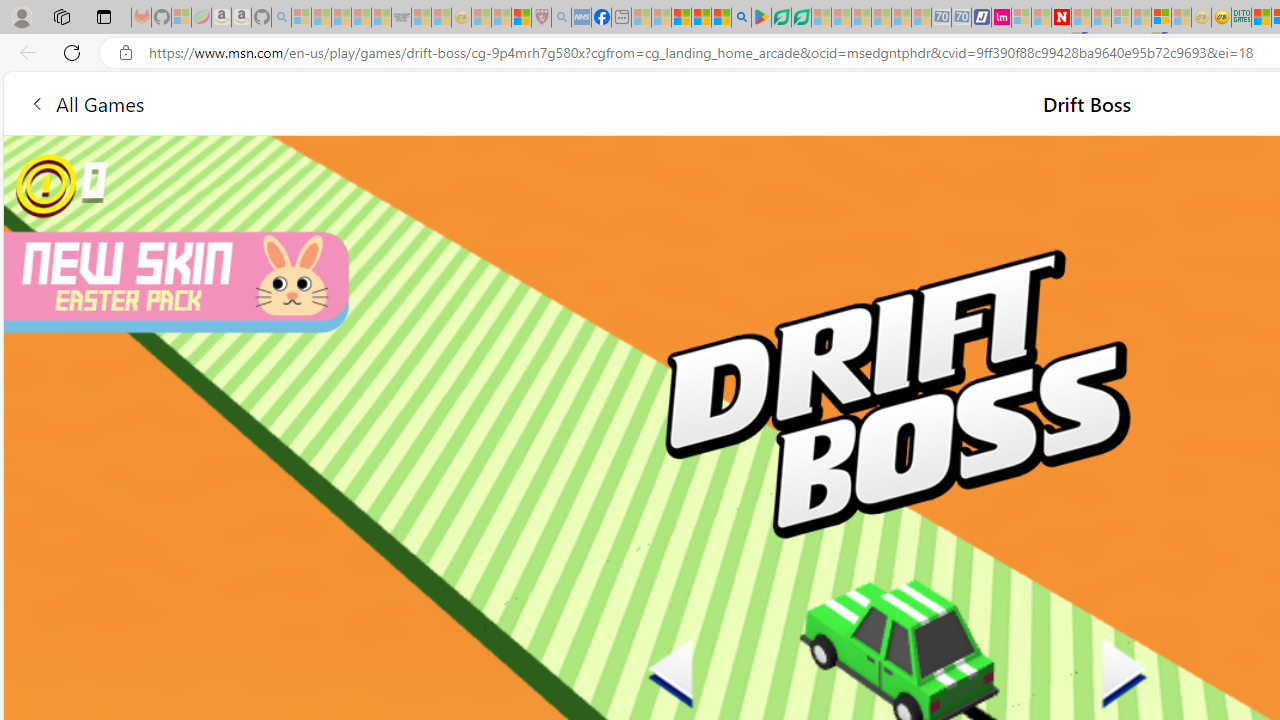  Describe the element at coordinates (481, 17) in the screenshot. I see `'Recipes - MSN - Sleeping'` at that location.